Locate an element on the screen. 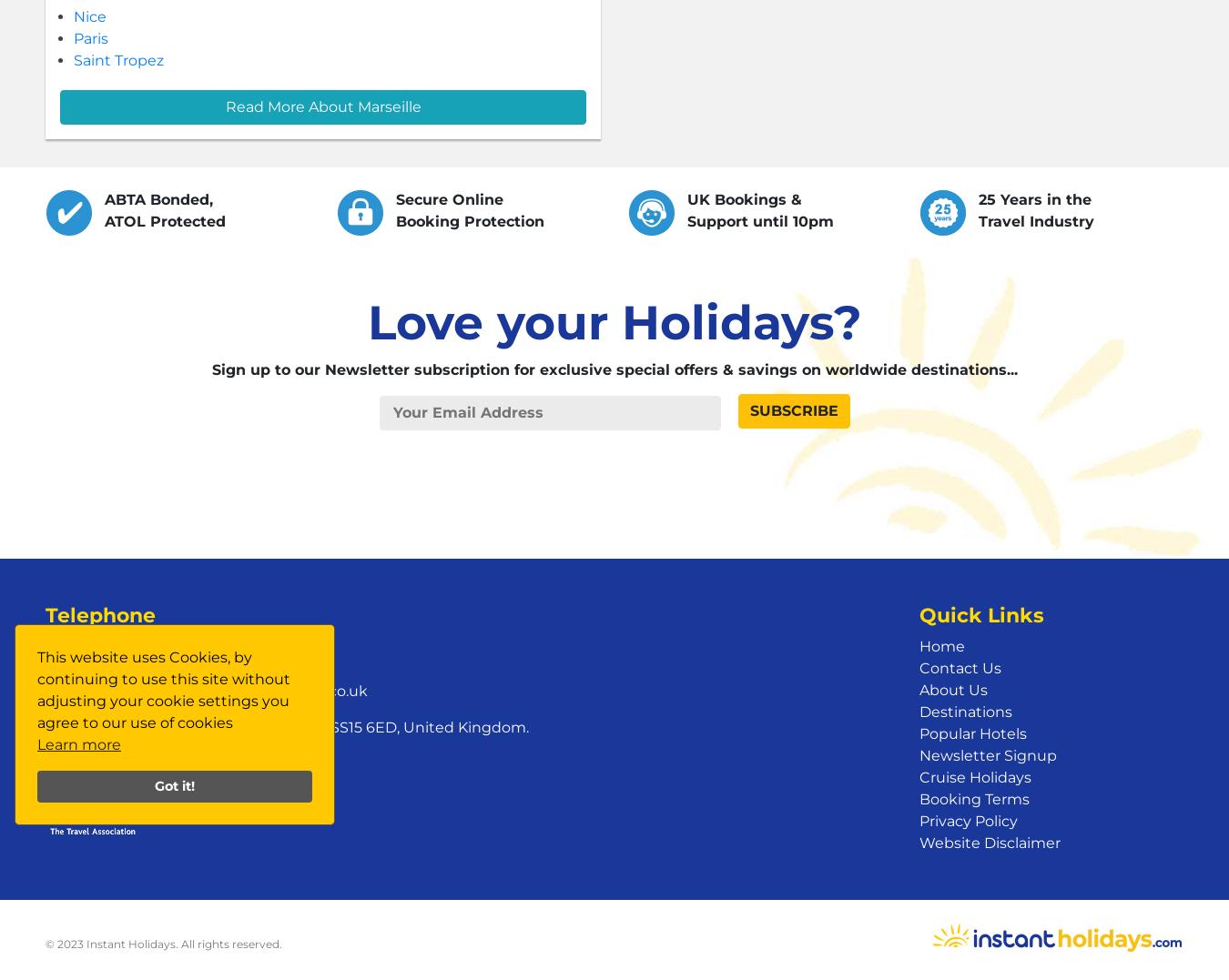 The image size is (1229, 980). 'Read More About Marseille' is located at coordinates (224, 106).